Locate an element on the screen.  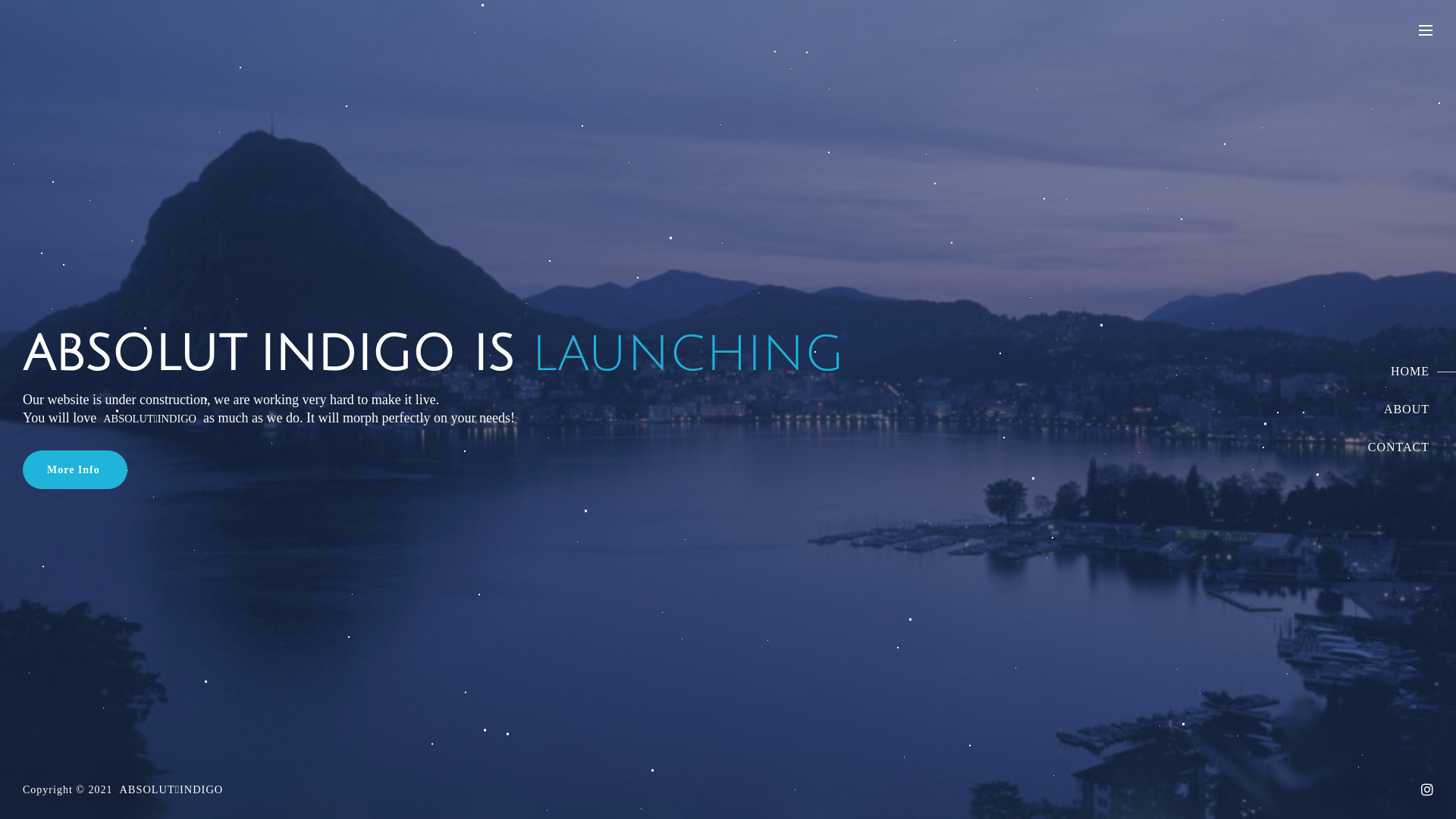
'ABOUT' is located at coordinates (1398, 409).